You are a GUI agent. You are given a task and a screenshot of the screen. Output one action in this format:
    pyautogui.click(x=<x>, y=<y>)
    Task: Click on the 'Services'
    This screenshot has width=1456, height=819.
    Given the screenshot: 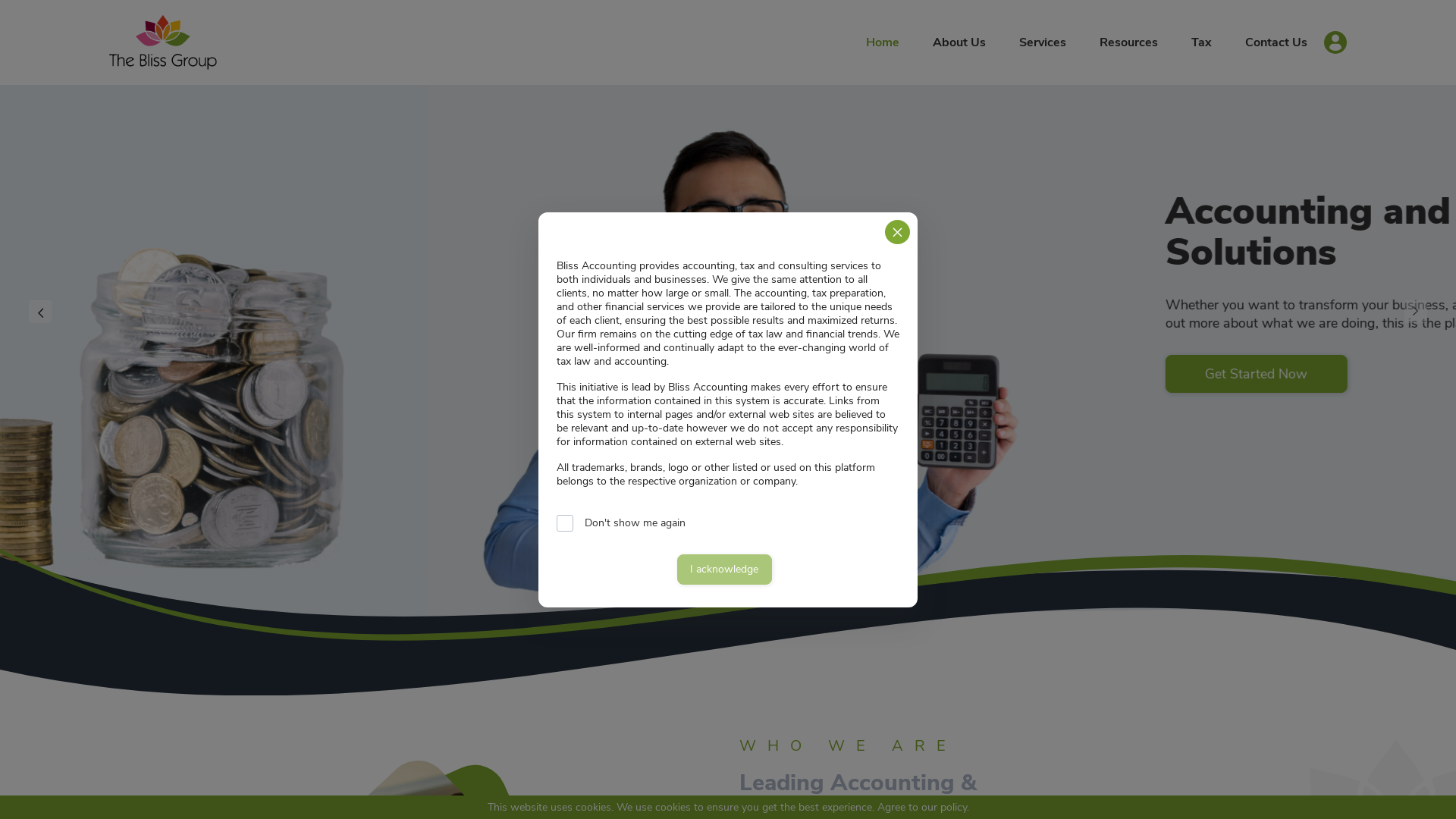 What is the action you would take?
    pyautogui.click(x=1041, y=42)
    